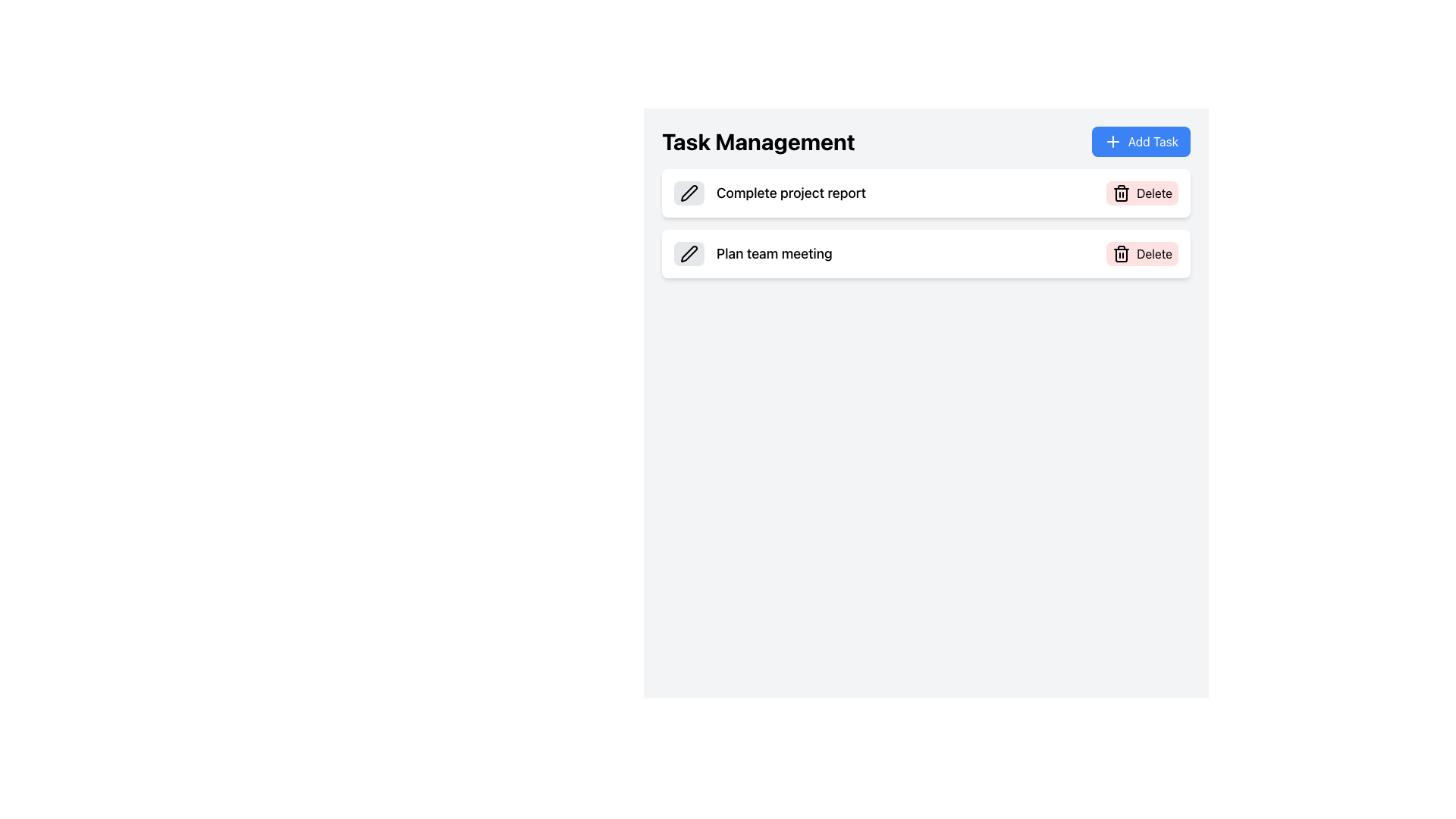 This screenshot has height=819, width=1456. I want to click on the pen icon located in the second task row of the task list, which is aligned to the left of the text 'Plan team meeting', so click(688, 192).